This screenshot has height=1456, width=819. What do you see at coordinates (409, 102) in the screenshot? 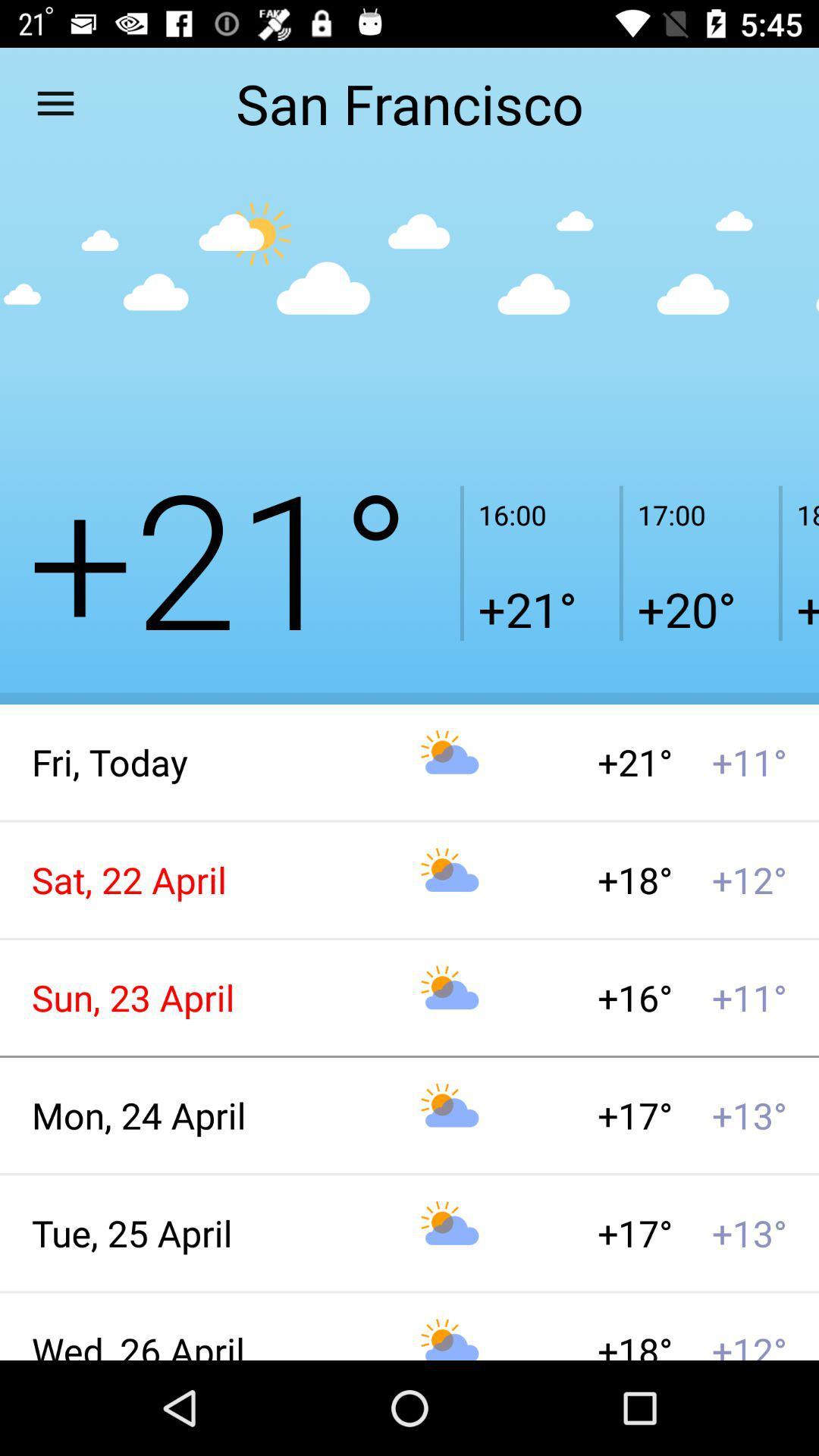
I see `san francisco icon` at bounding box center [409, 102].